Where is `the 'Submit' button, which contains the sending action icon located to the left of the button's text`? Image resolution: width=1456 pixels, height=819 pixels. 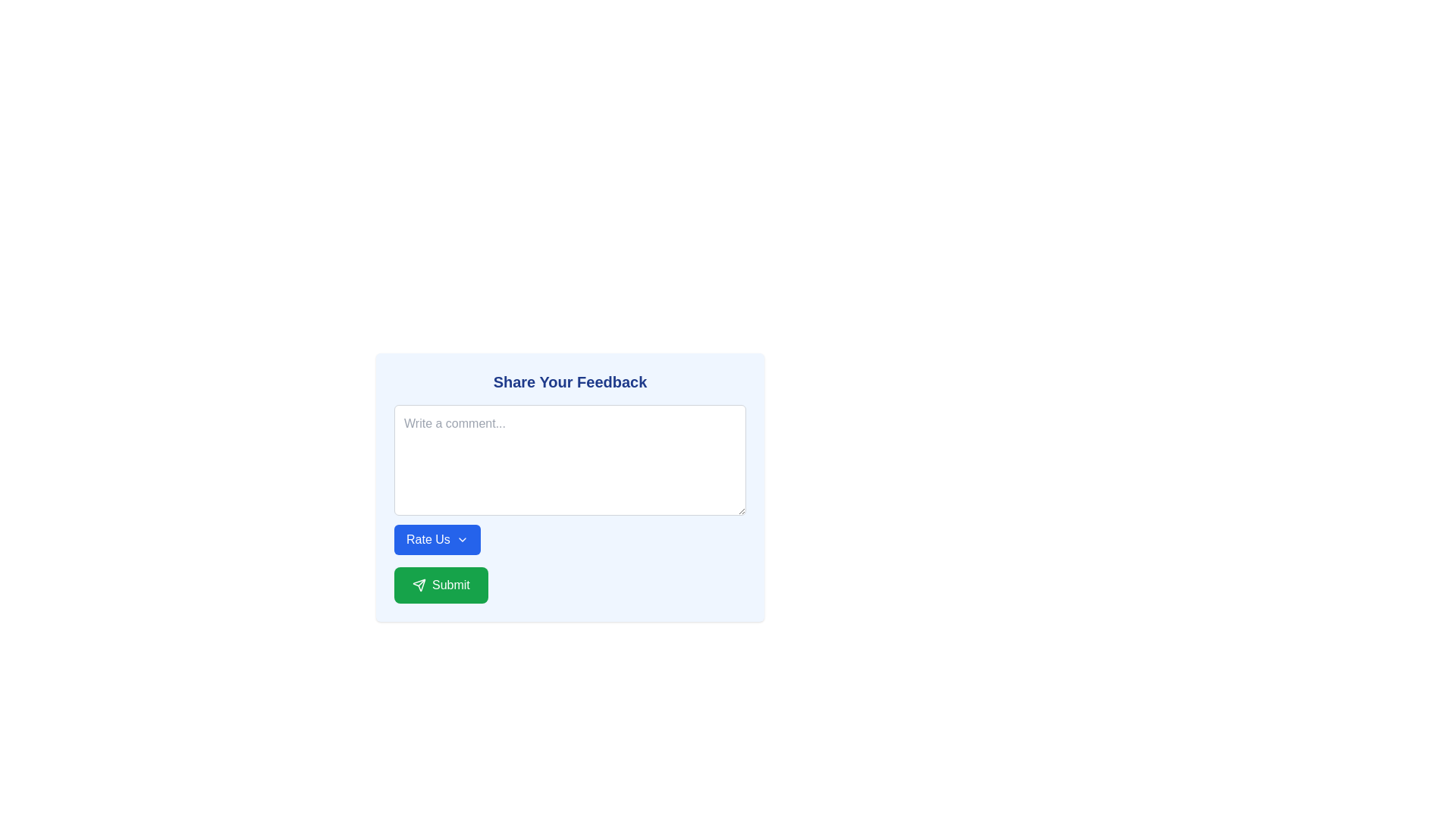
the 'Submit' button, which contains the sending action icon located to the left of the button's text is located at coordinates (419, 584).